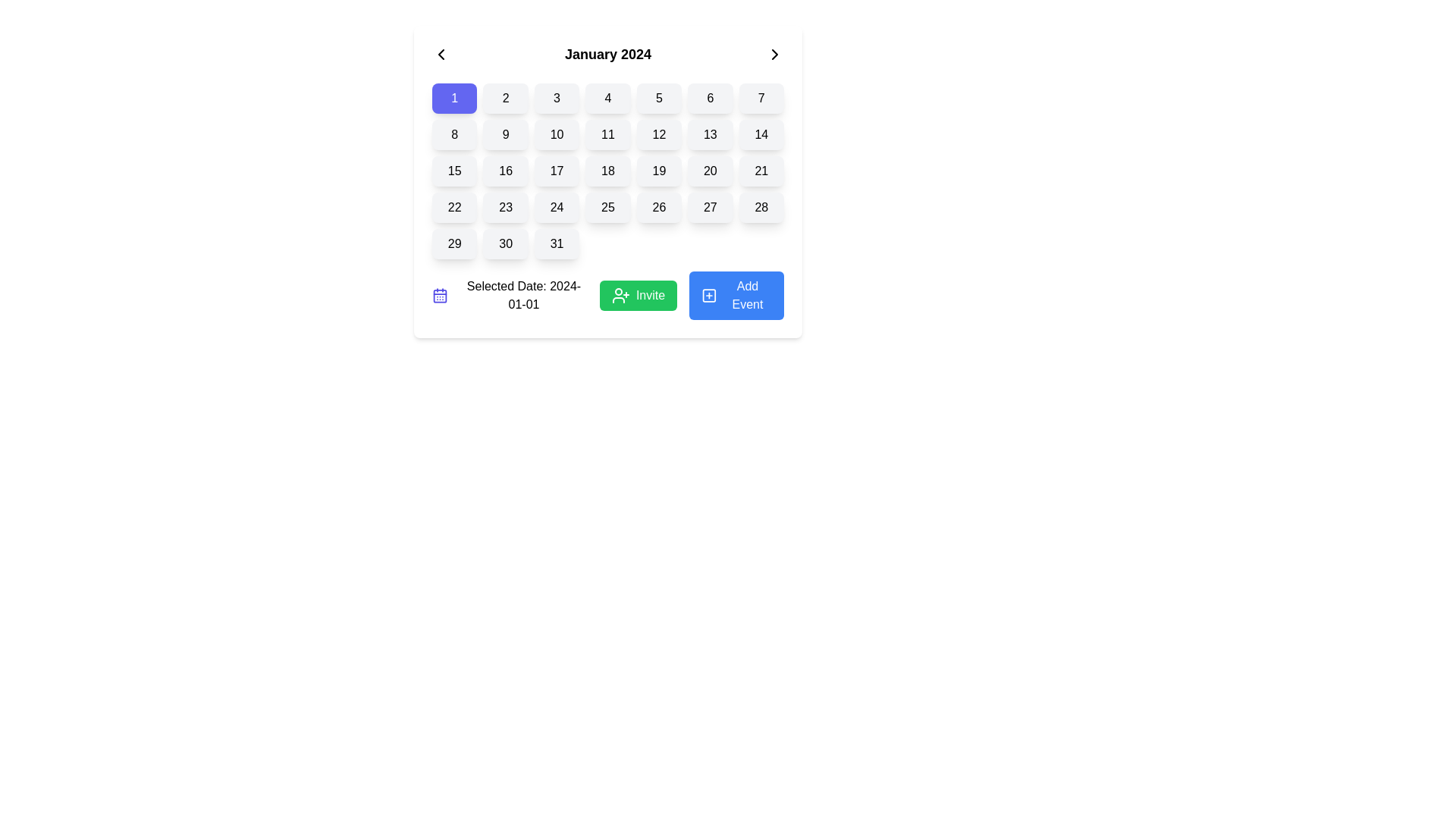 The image size is (1456, 819). What do you see at coordinates (607, 295) in the screenshot?
I see `the Invite button located in the bottom row of the calendar card, which opens the invitation menu for the selected date` at bounding box center [607, 295].